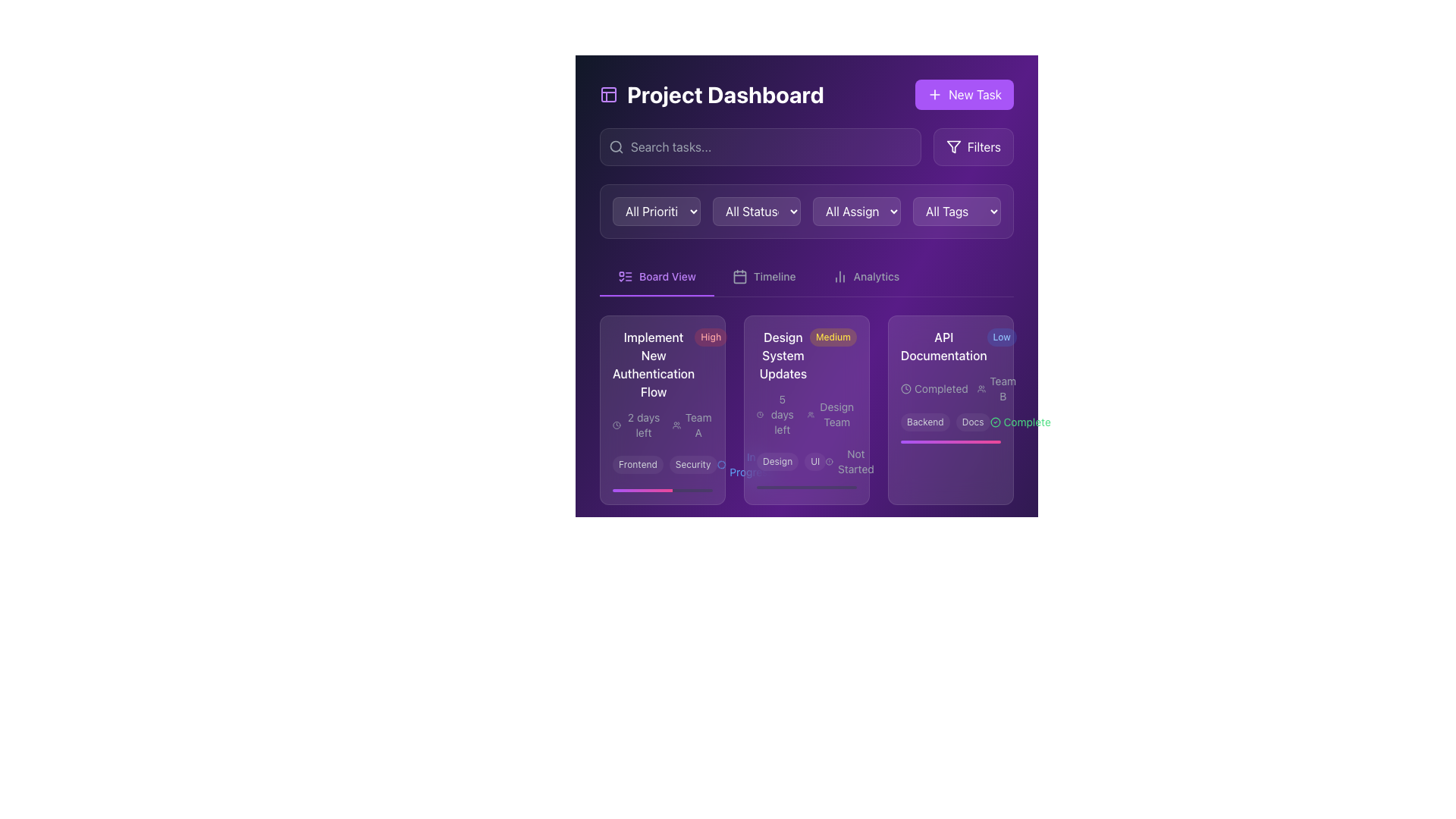 The width and height of the screenshot is (1456, 819). Describe the element at coordinates (949, 607) in the screenshot. I see `the sixth Task card located in the bottom right corner of the grid layout` at that location.